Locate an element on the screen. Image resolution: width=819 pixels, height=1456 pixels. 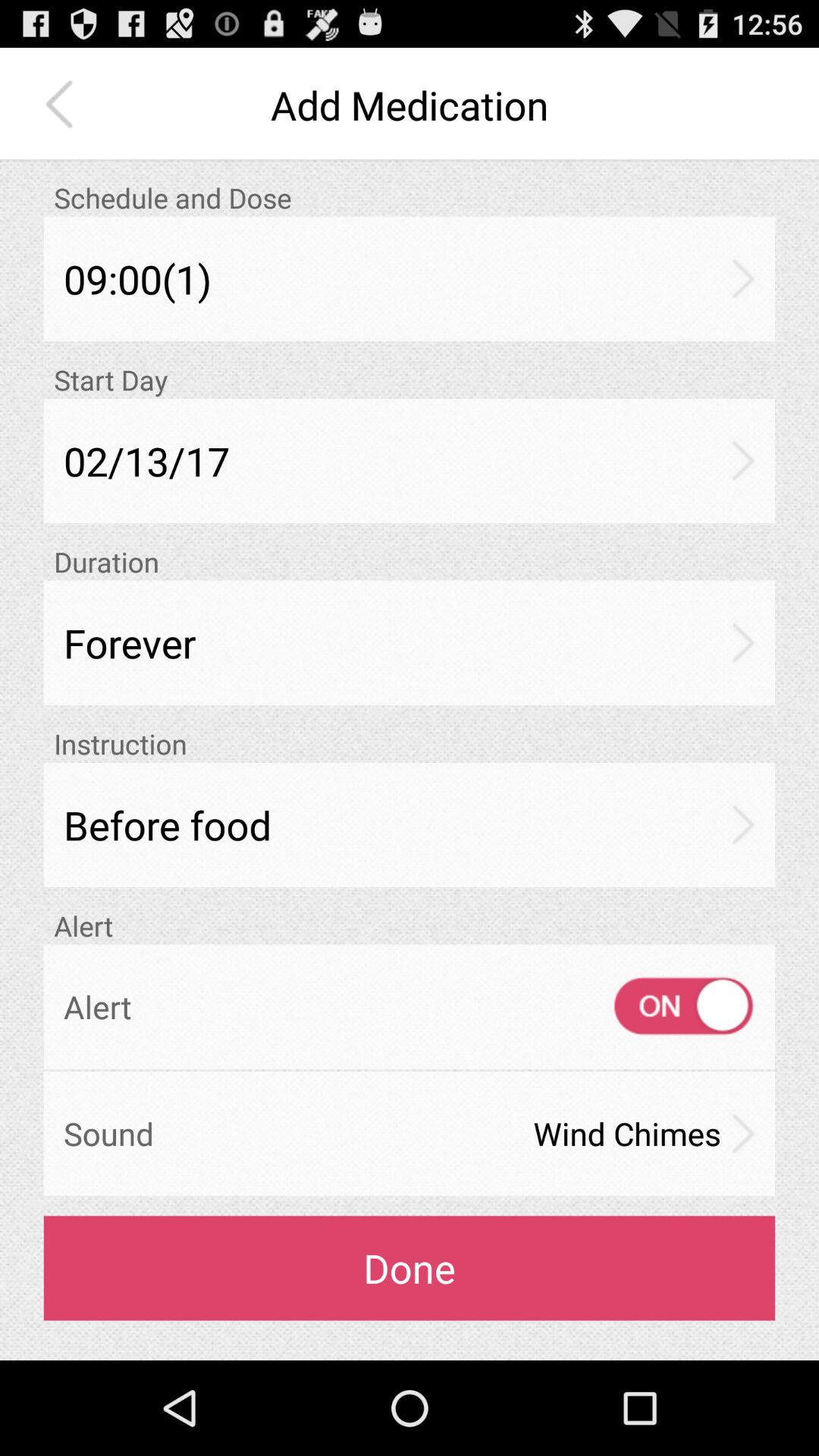
the item above start day item is located at coordinates (409, 278).